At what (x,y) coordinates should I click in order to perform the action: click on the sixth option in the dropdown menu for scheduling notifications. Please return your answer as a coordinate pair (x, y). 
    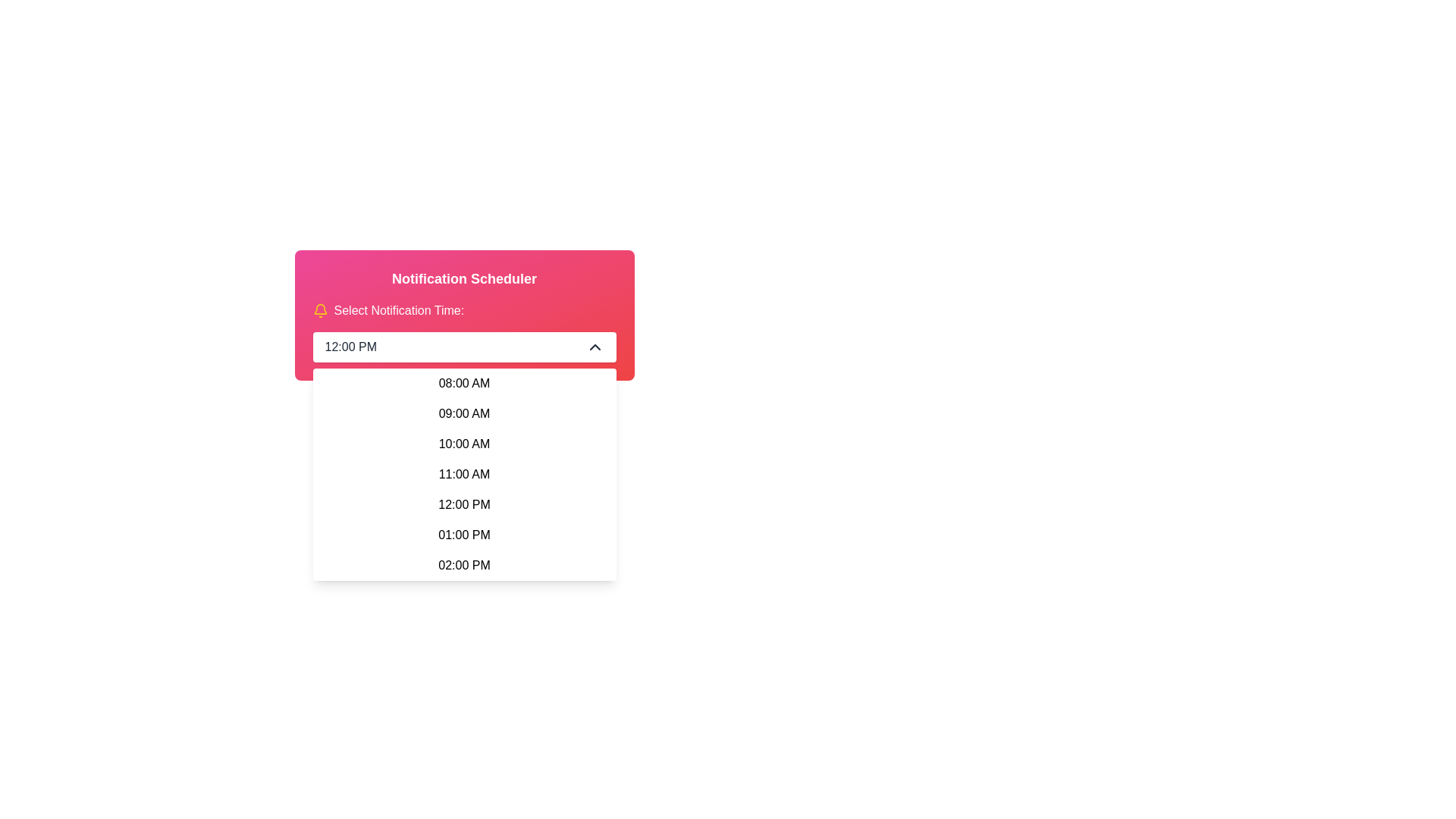
    Looking at the image, I should click on (463, 534).